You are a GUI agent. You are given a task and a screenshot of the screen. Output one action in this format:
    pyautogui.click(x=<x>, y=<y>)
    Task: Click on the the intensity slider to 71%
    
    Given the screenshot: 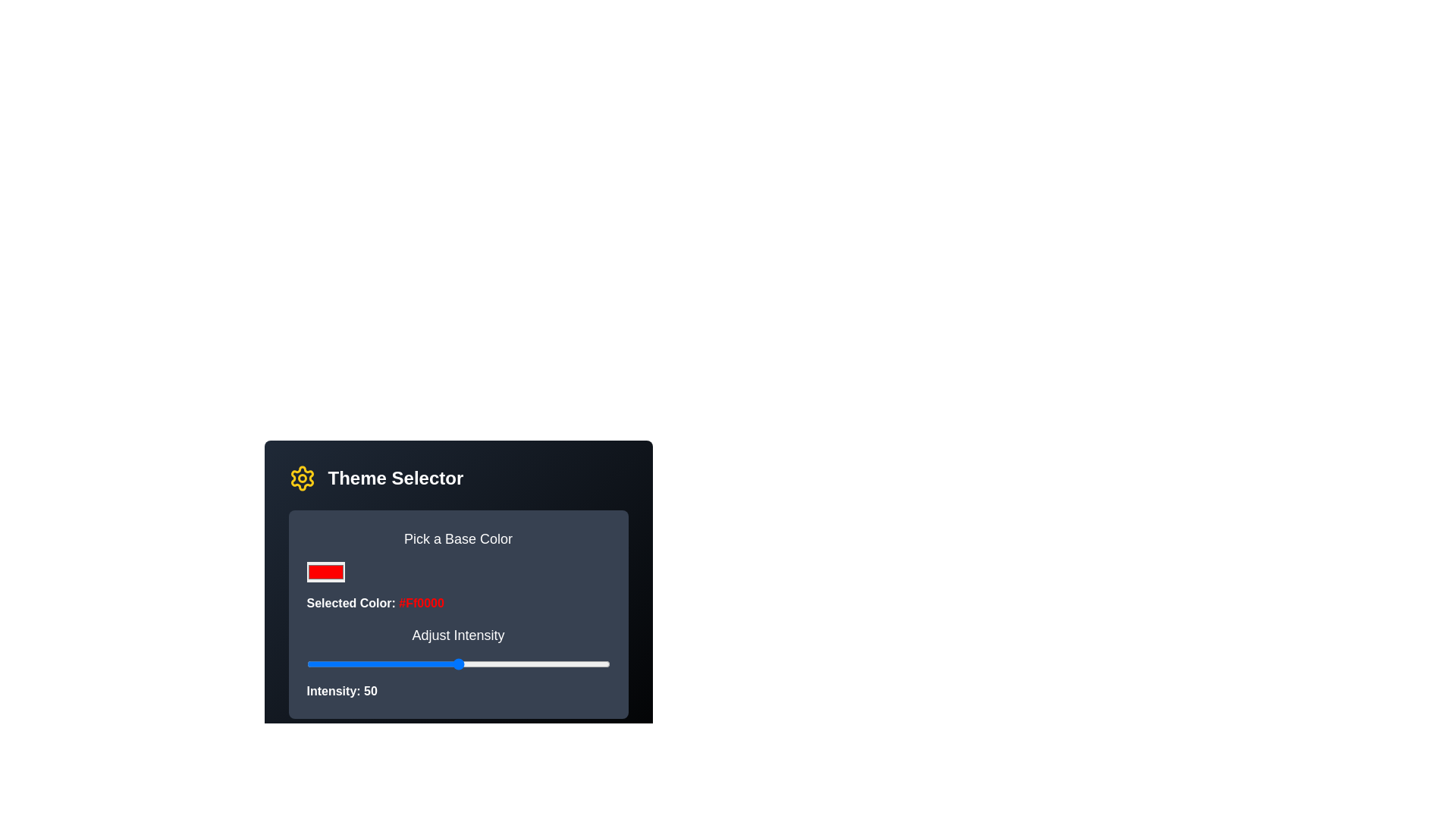 What is the action you would take?
    pyautogui.click(x=522, y=663)
    